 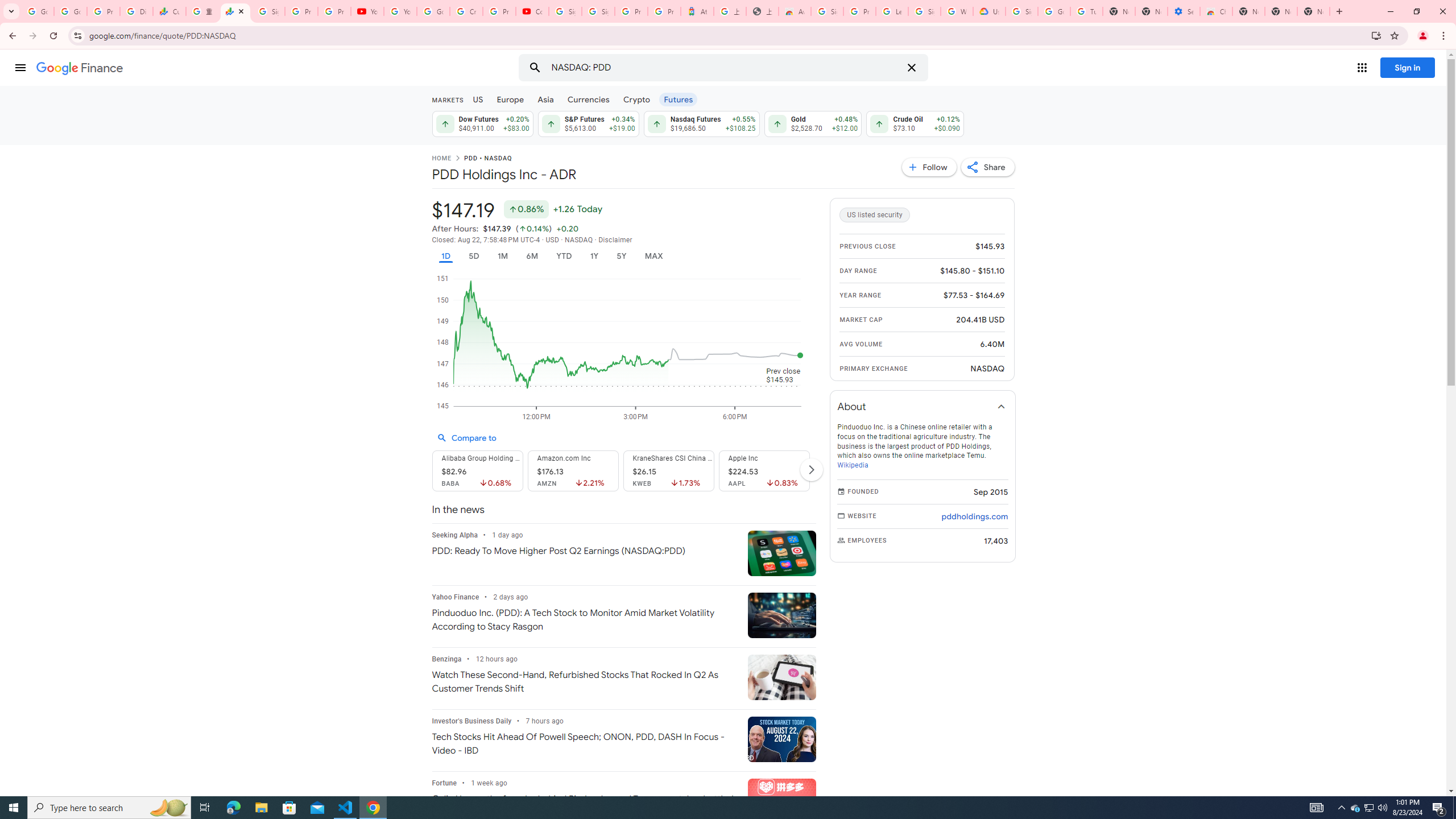 I want to click on 'Sign in - Google Accounts', so click(x=564, y=11).